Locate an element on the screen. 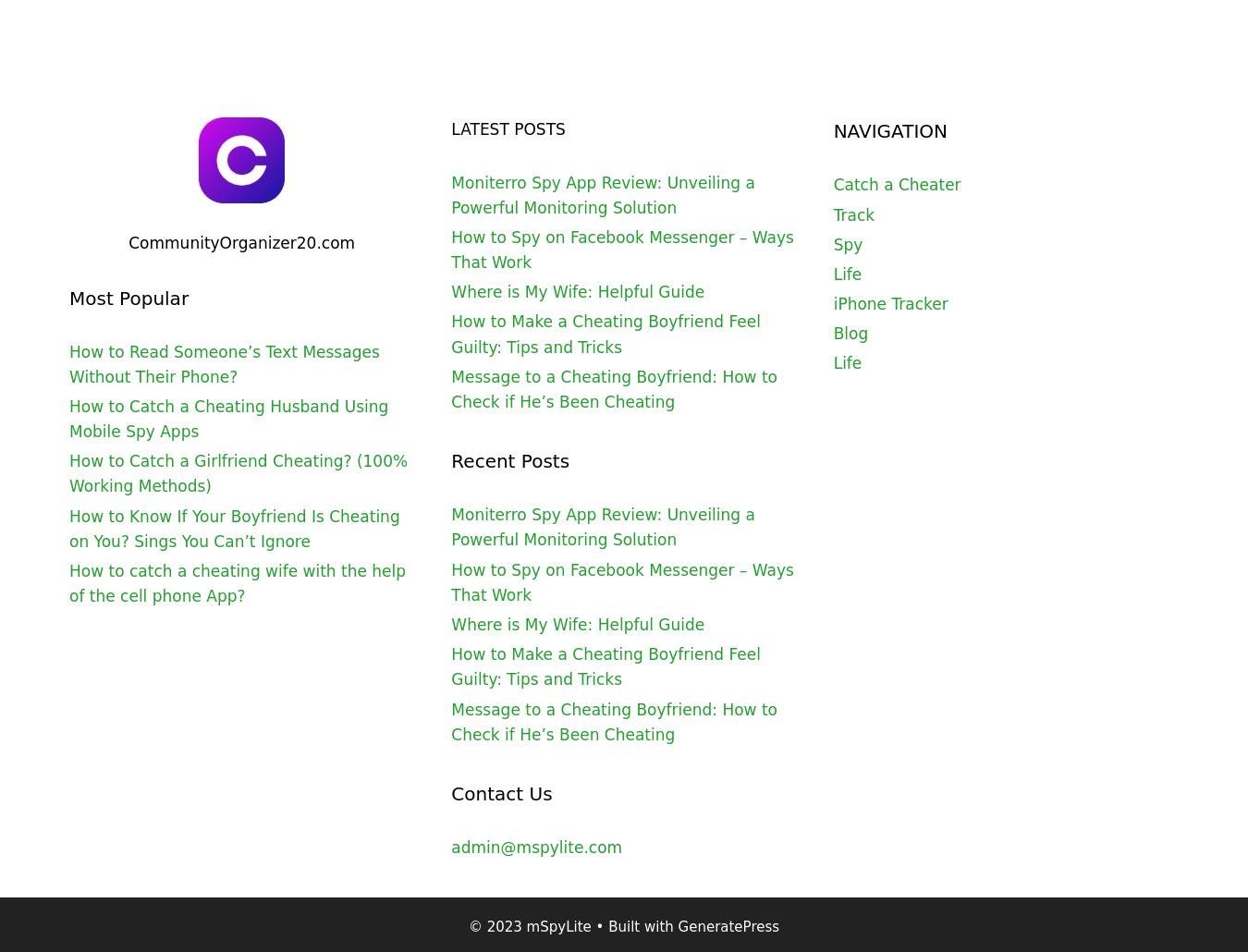 The image size is (1248, 952). 'How to Catch a Girlfriend Cheating? (100% Working Methods)' is located at coordinates (237, 472).